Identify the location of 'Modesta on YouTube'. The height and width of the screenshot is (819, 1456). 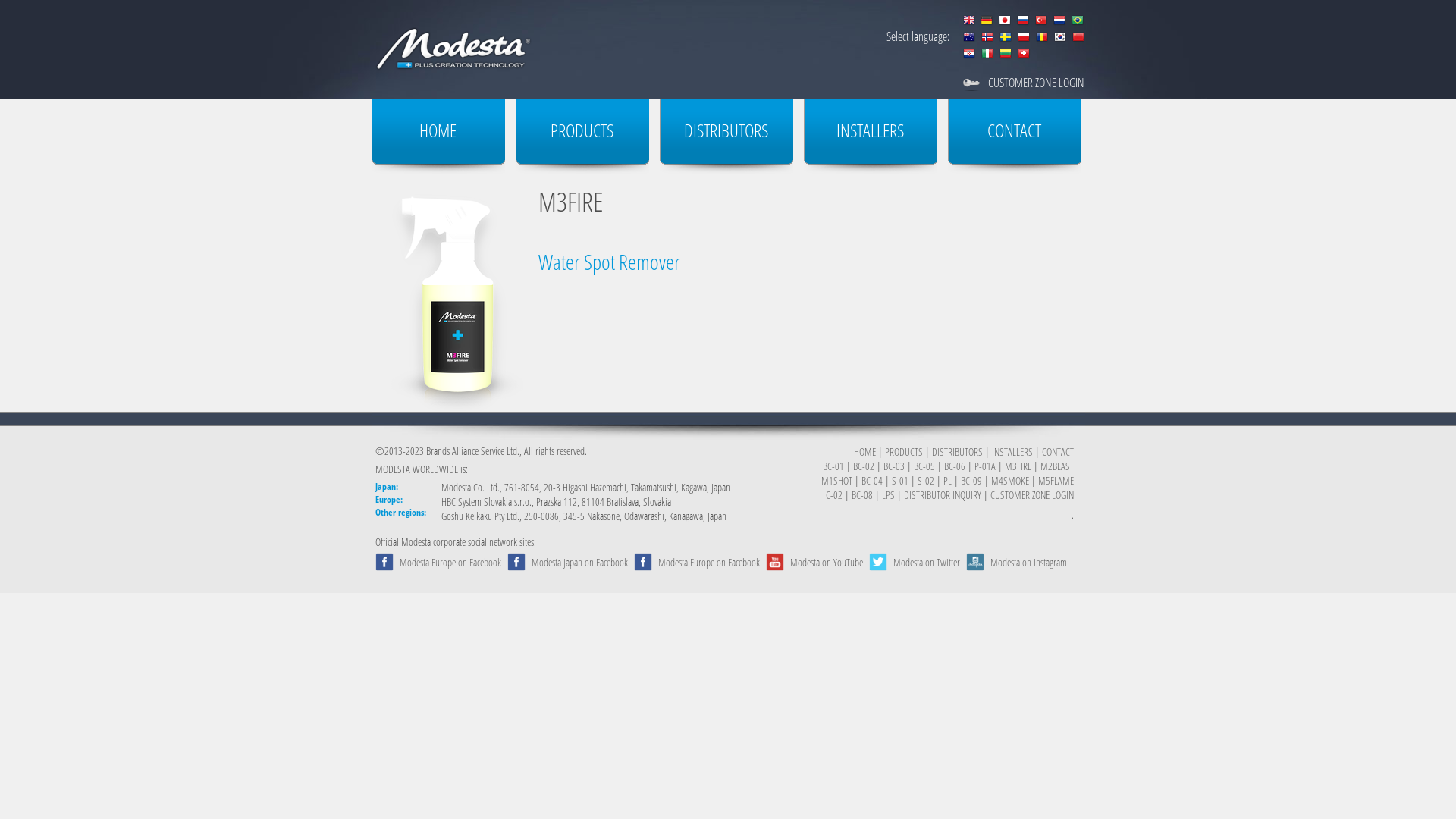
(825, 562).